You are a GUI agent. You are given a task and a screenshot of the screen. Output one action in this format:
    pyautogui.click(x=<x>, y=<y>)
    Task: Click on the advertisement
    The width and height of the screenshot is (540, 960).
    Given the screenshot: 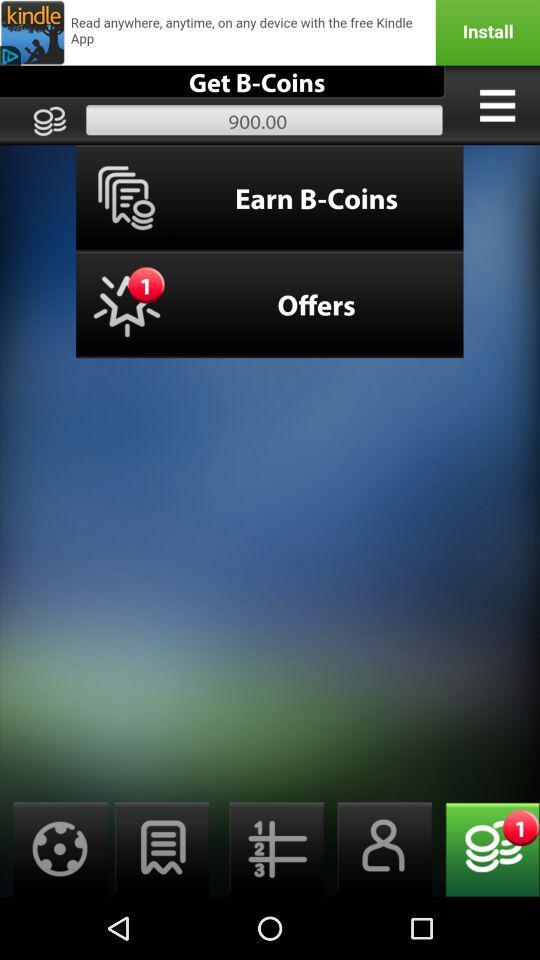 What is the action you would take?
    pyautogui.click(x=270, y=31)
    